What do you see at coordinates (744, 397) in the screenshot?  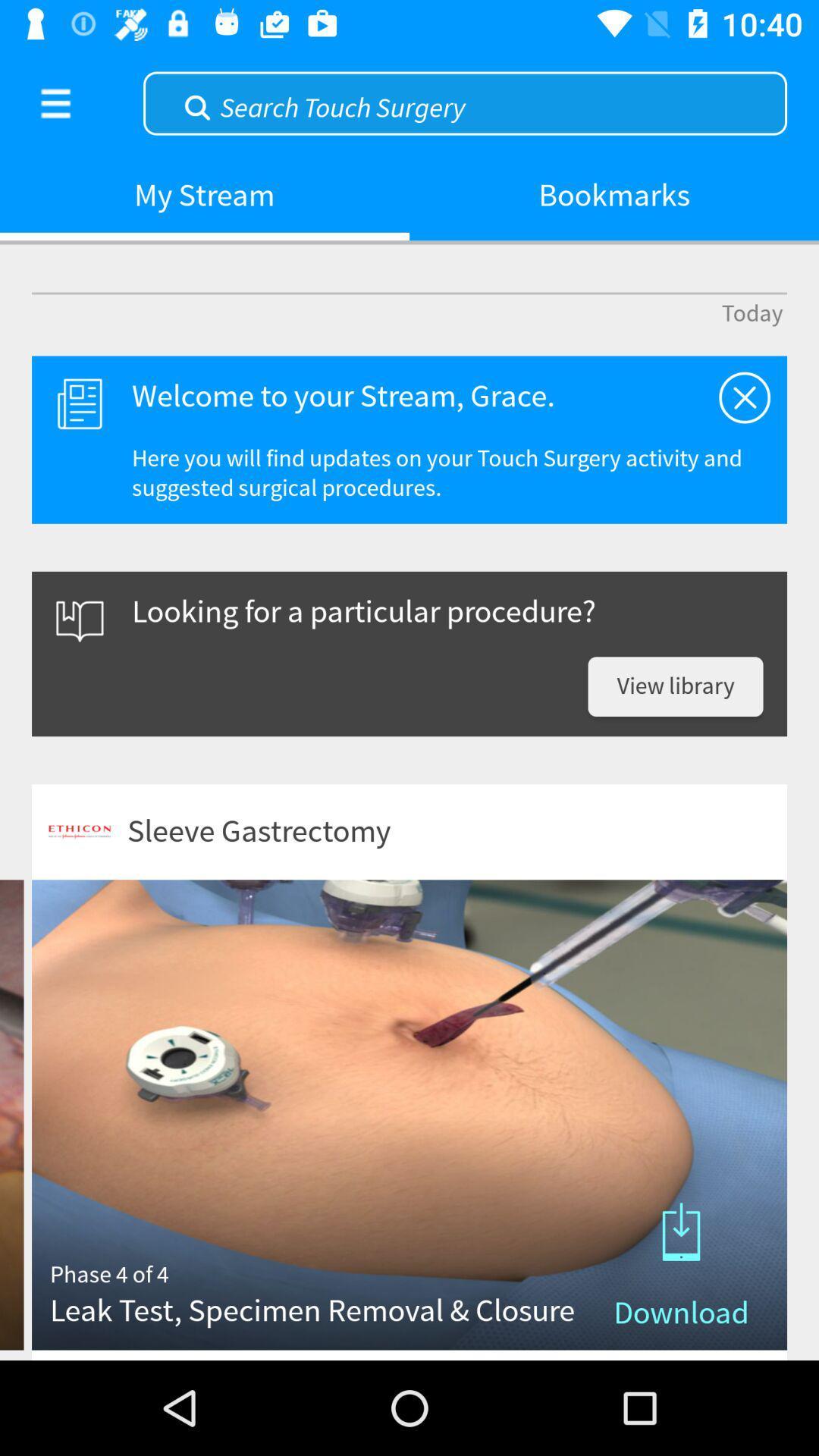 I see `the icon to the right of welcome to your item` at bounding box center [744, 397].